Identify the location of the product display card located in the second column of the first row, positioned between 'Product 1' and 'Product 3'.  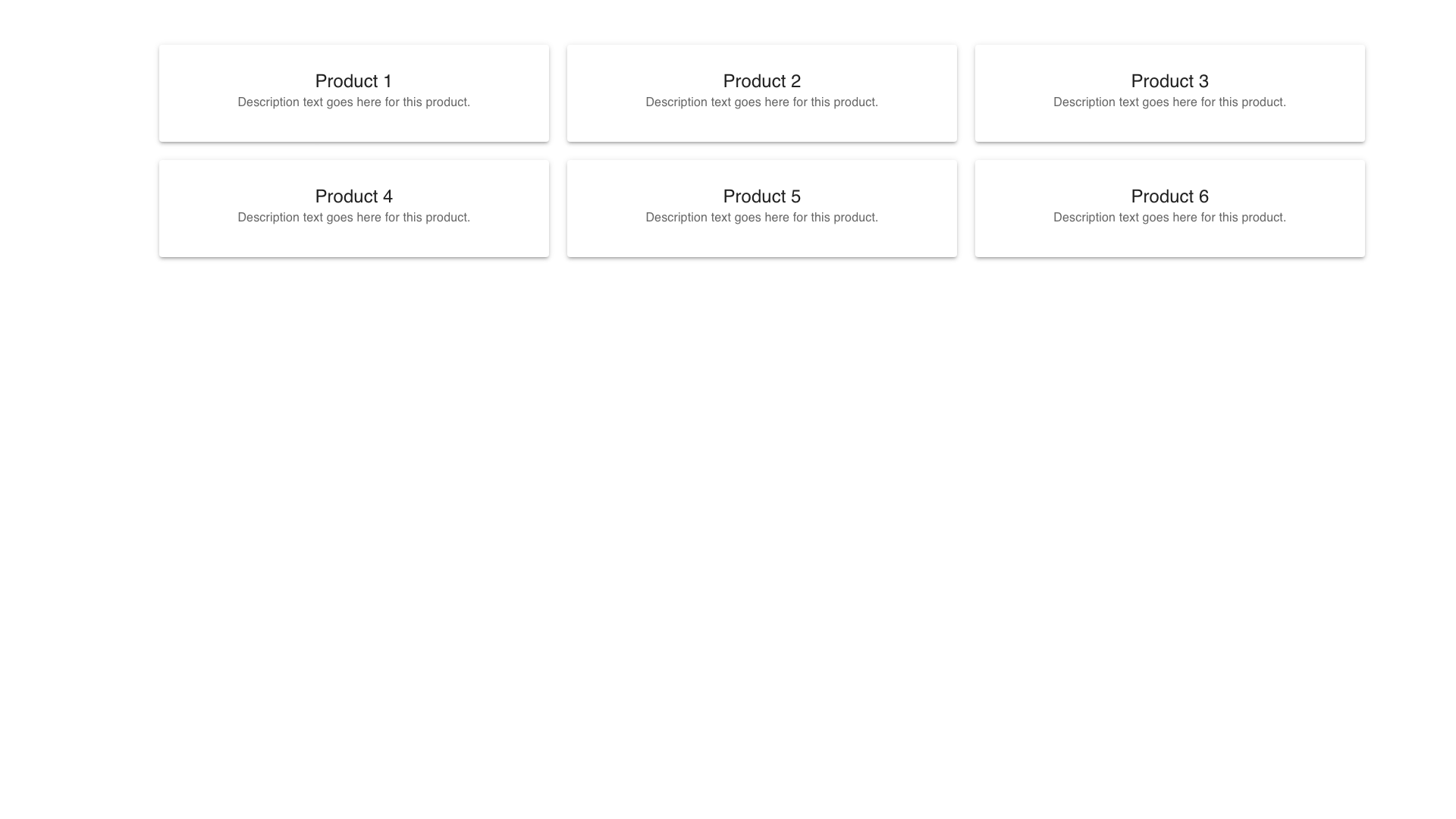
(761, 93).